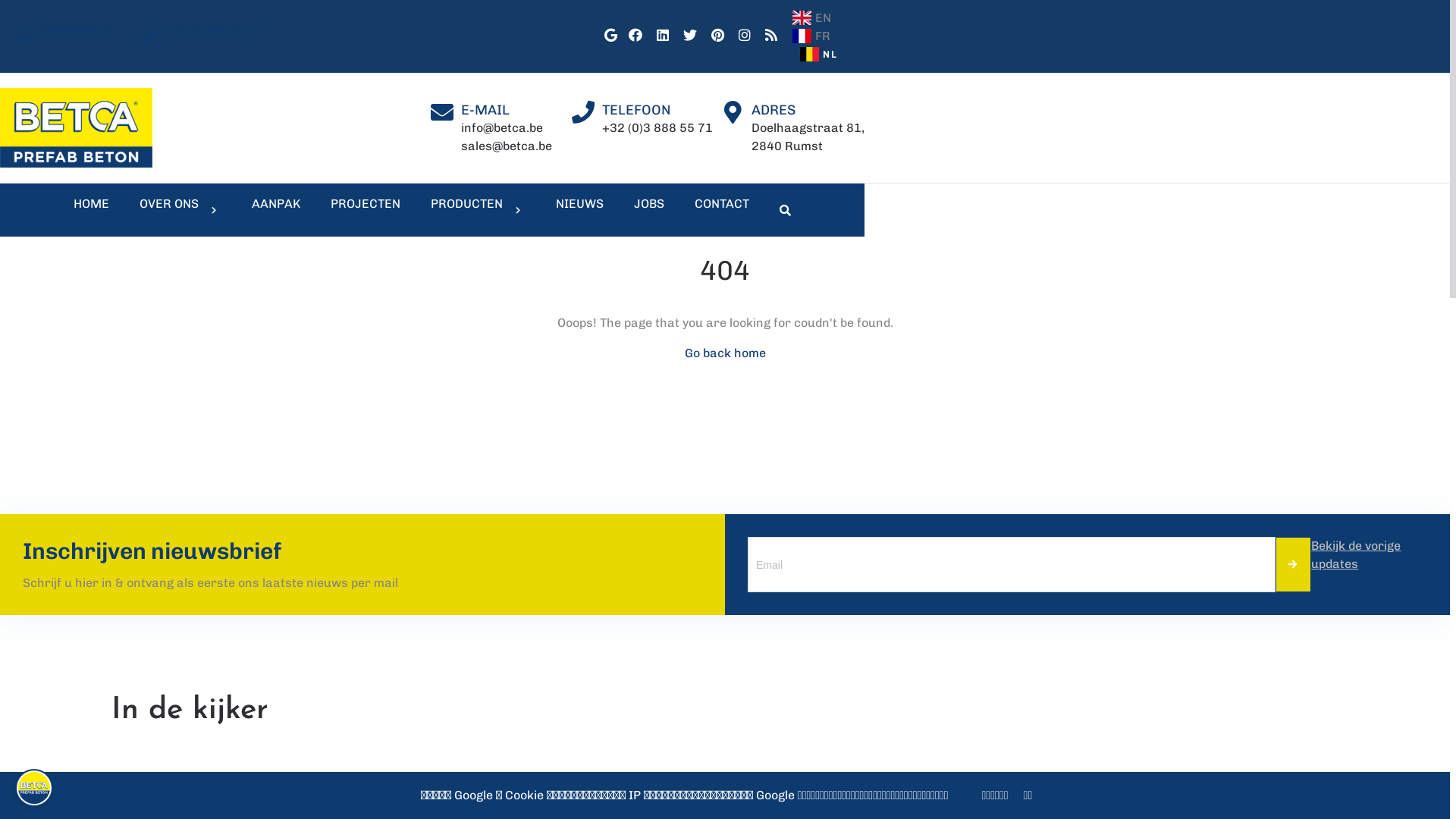 Image resolution: width=1456 pixels, height=819 pixels. What do you see at coordinates (506, 136) in the screenshot?
I see `'info@betca.be` at bounding box center [506, 136].